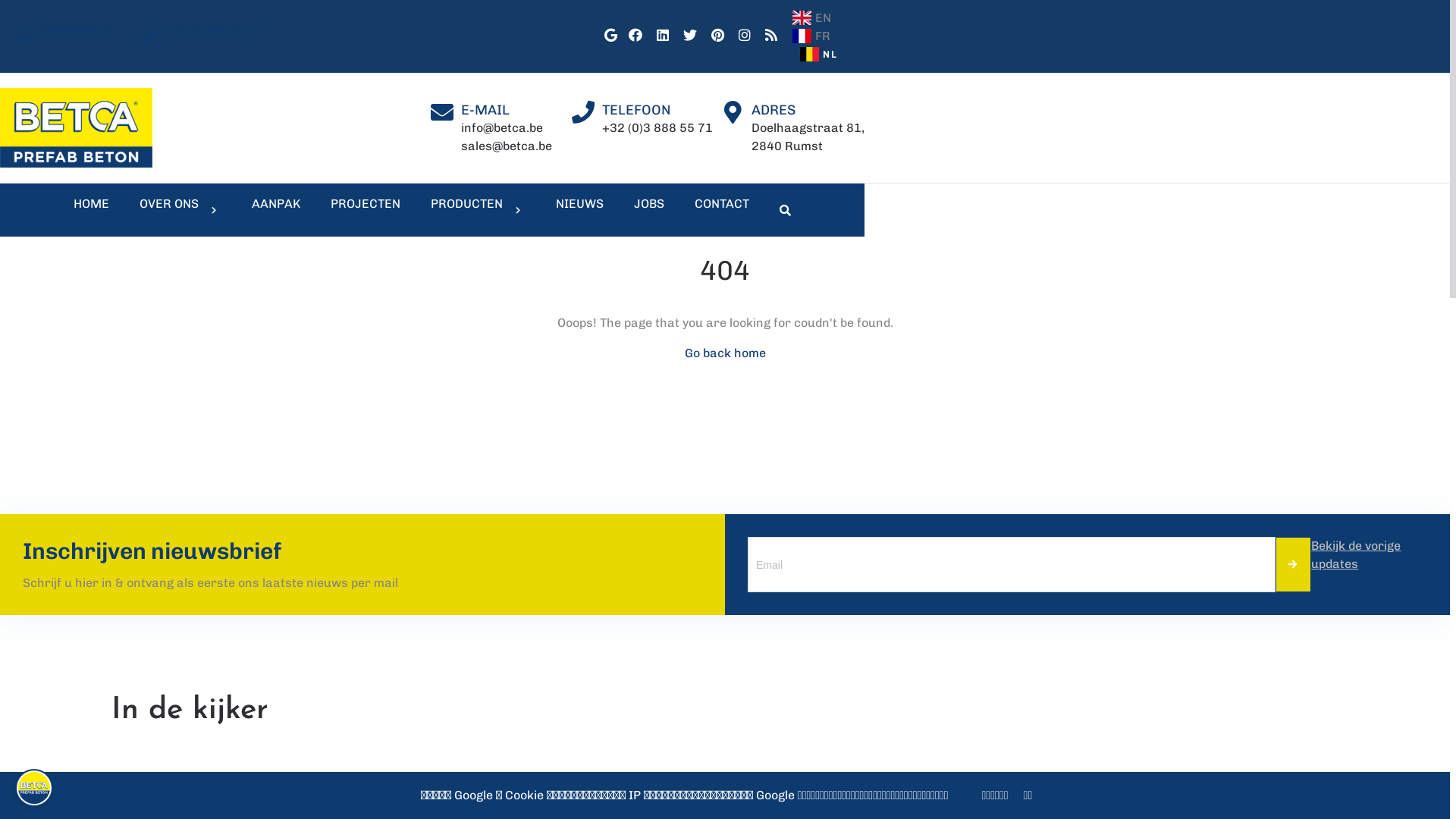 Image resolution: width=1456 pixels, height=819 pixels. What do you see at coordinates (506, 136) in the screenshot?
I see `'info@betca.be` at bounding box center [506, 136].